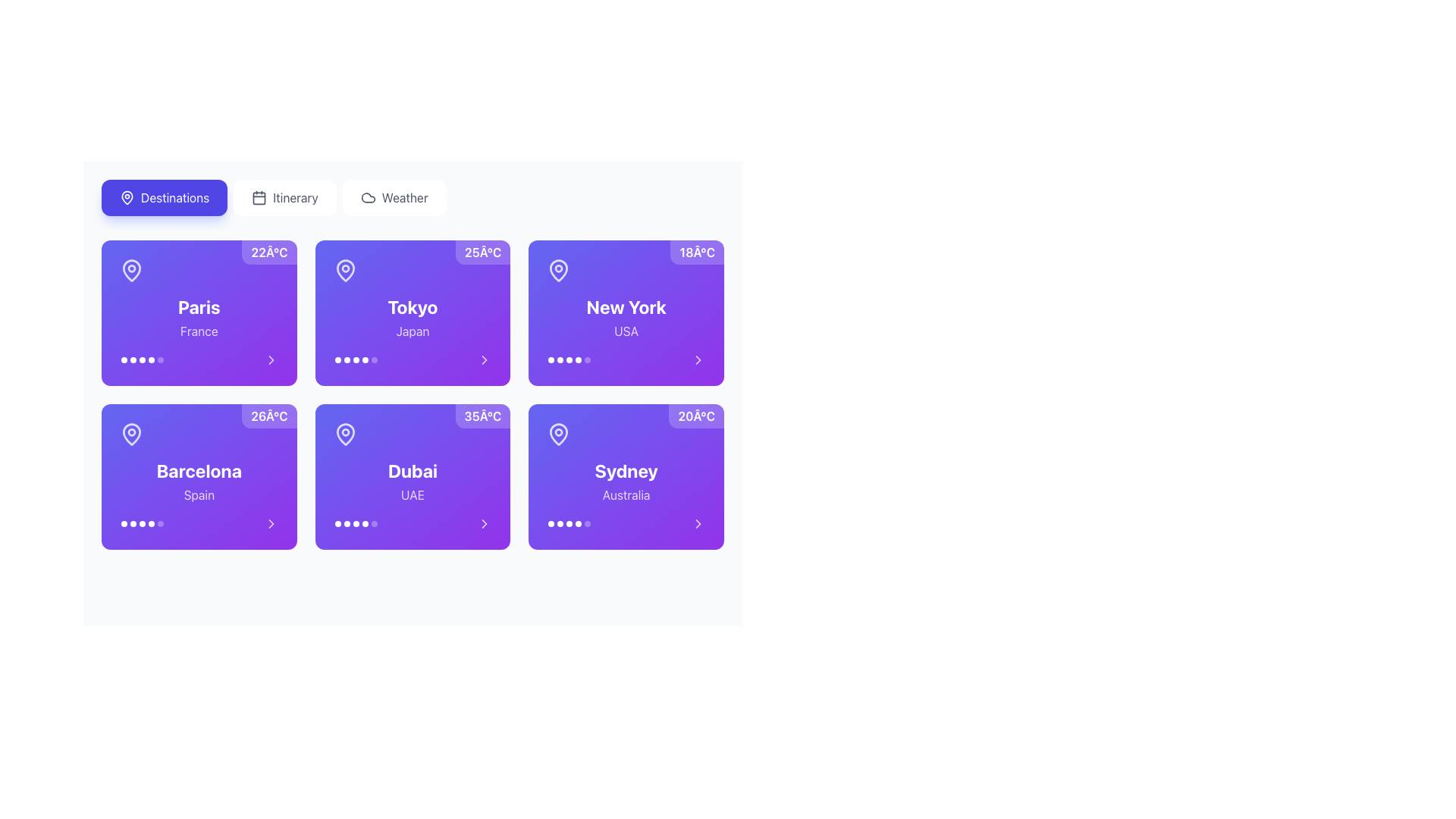 This screenshot has height=819, width=1456. I want to click on the location pin indicator for Tokyo, Japan, which is visually marking the geographic location and is positioned directly below a temperature badge displaying '25°C.', so click(344, 270).